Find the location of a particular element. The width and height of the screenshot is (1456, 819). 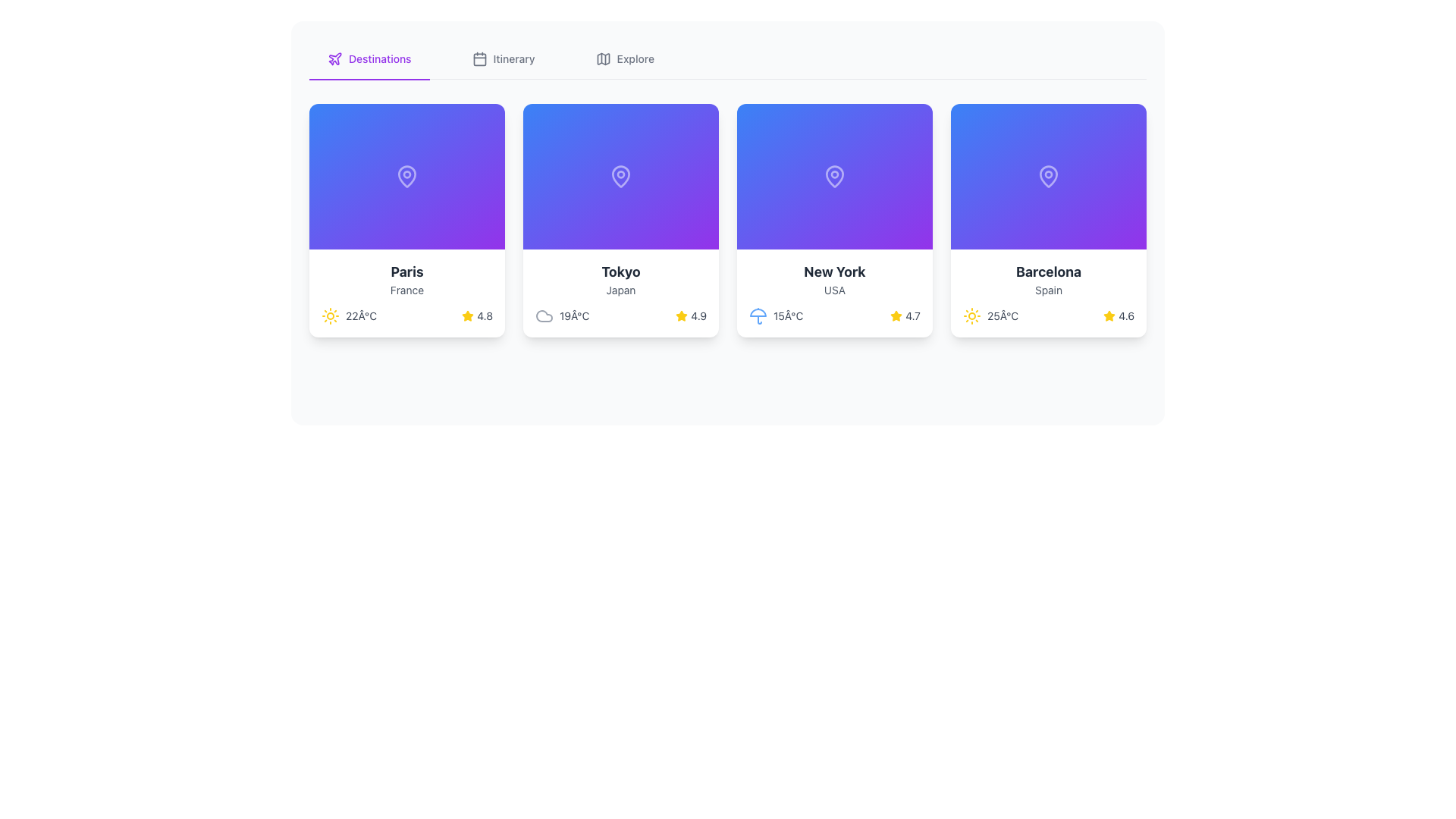

the first Informative card in the 'Destinations' tab is located at coordinates (407, 293).